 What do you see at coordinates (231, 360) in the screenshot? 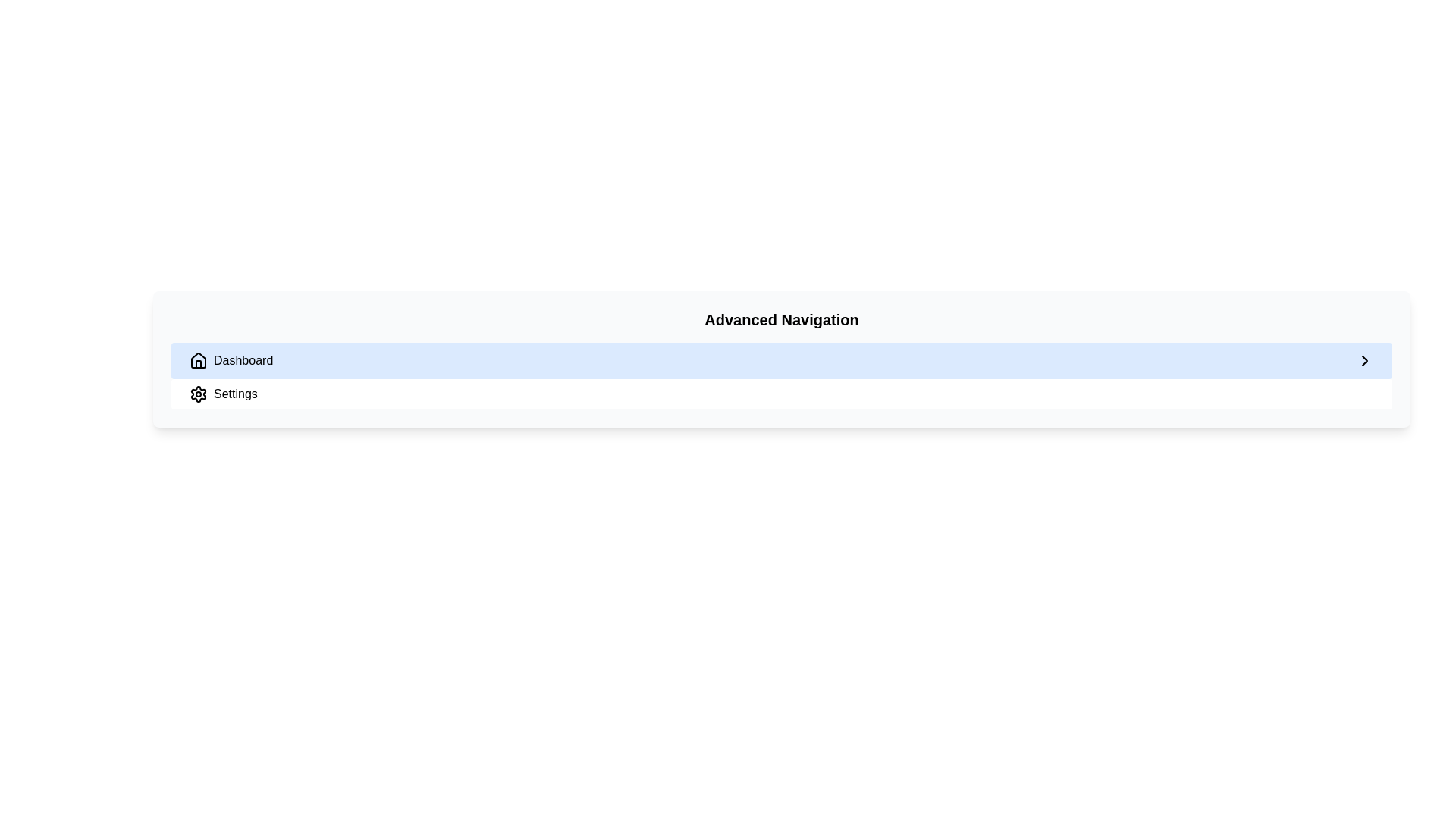
I see `the navigational link element labeled 'Dashboard' with a house-shaped icon on the left` at bounding box center [231, 360].